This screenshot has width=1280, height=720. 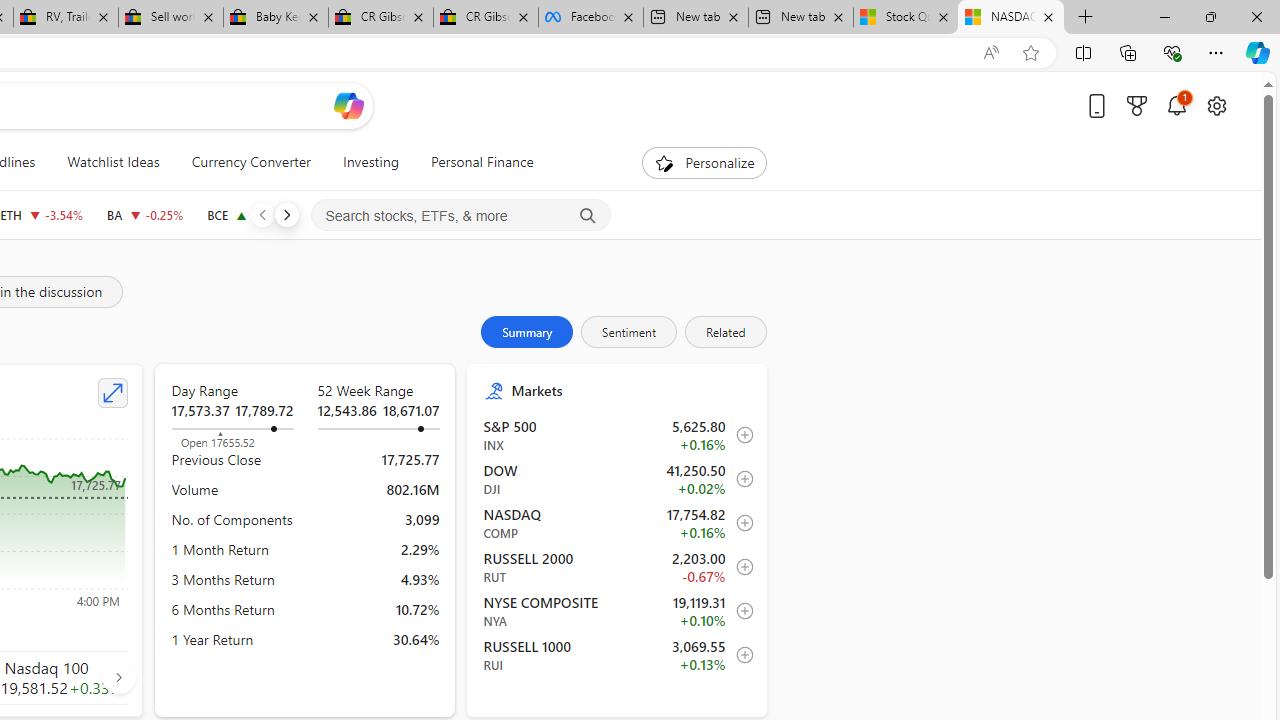 I want to click on 'Microsoft rewards', so click(x=1137, y=105).